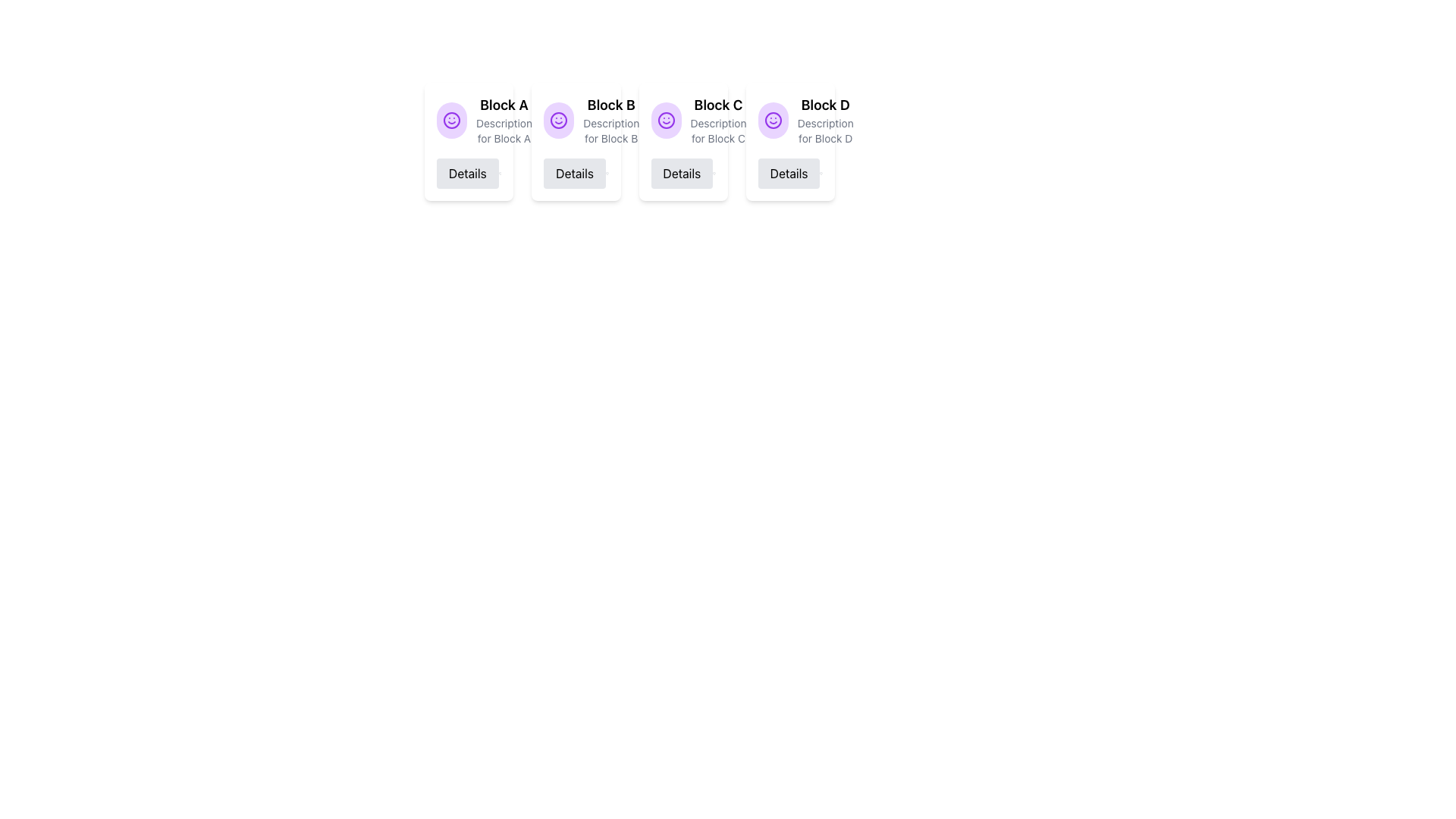 This screenshot has height=819, width=1456. Describe the element at coordinates (468, 172) in the screenshot. I see `the 'Details' button with a gray background and rounded corners located at the bottom of the card labeled 'Block A'` at that location.